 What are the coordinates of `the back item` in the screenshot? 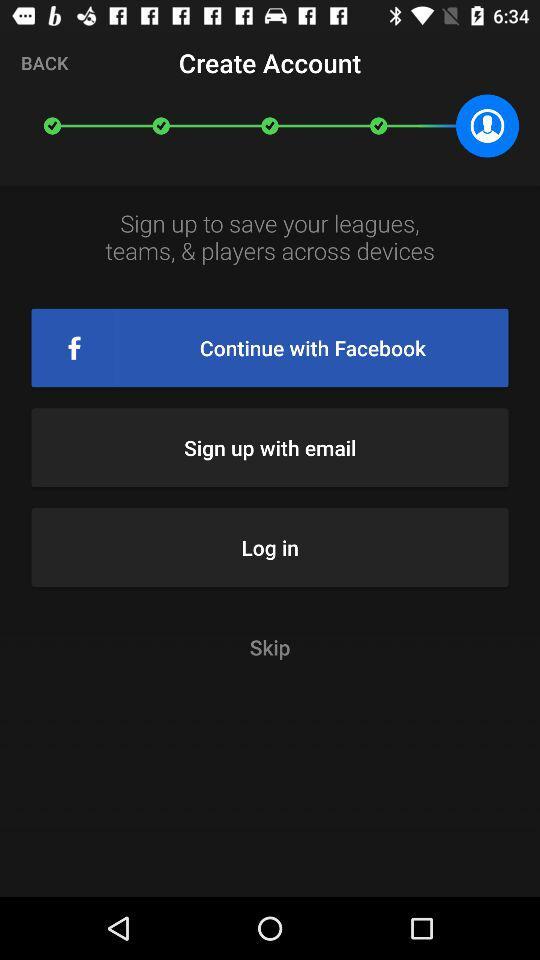 It's located at (44, 62).